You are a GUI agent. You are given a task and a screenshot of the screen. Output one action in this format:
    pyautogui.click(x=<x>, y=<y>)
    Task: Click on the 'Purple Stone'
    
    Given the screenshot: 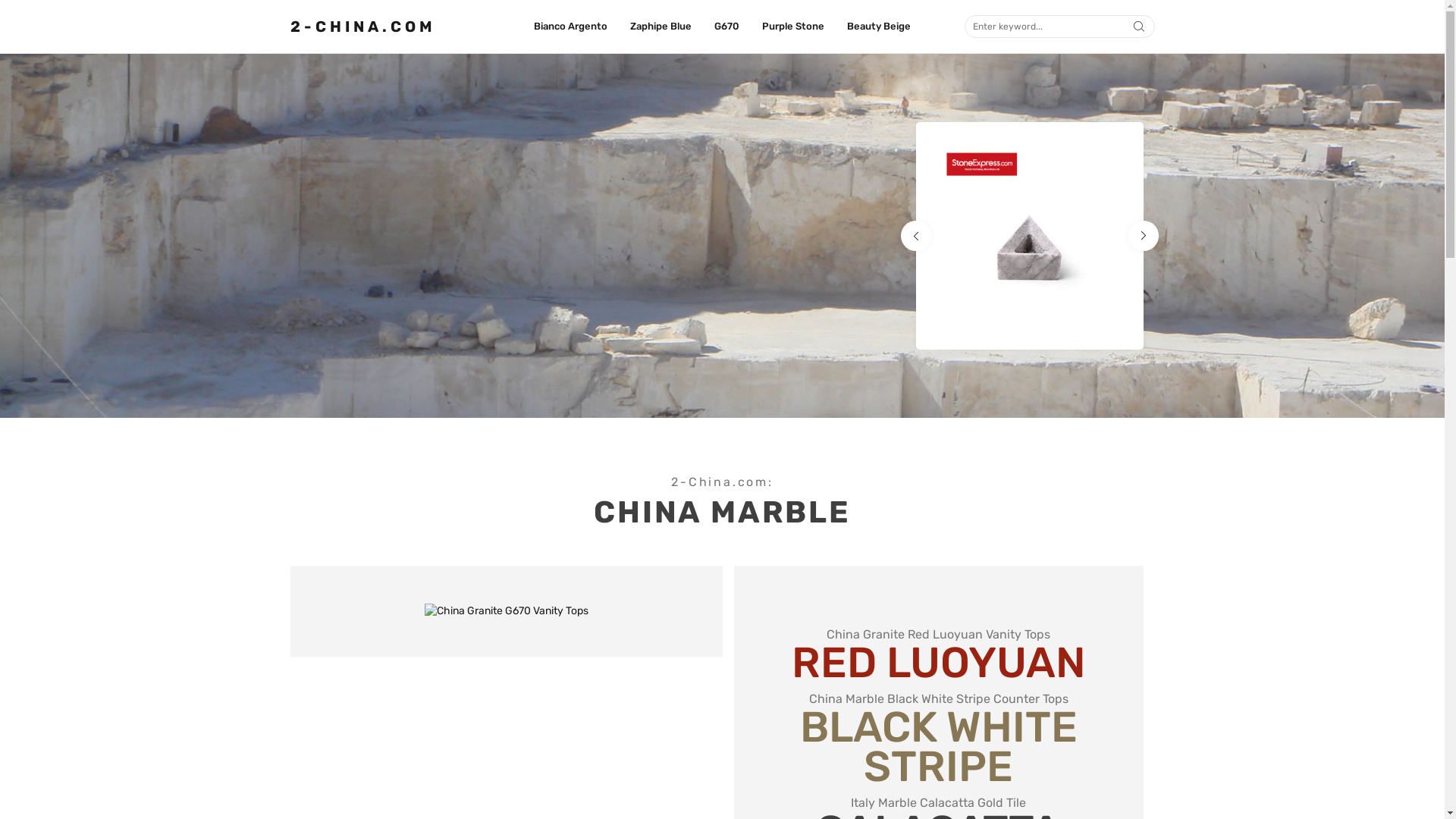 What is the action you would take?
    pyautogui.click(x=761, y=26)
    